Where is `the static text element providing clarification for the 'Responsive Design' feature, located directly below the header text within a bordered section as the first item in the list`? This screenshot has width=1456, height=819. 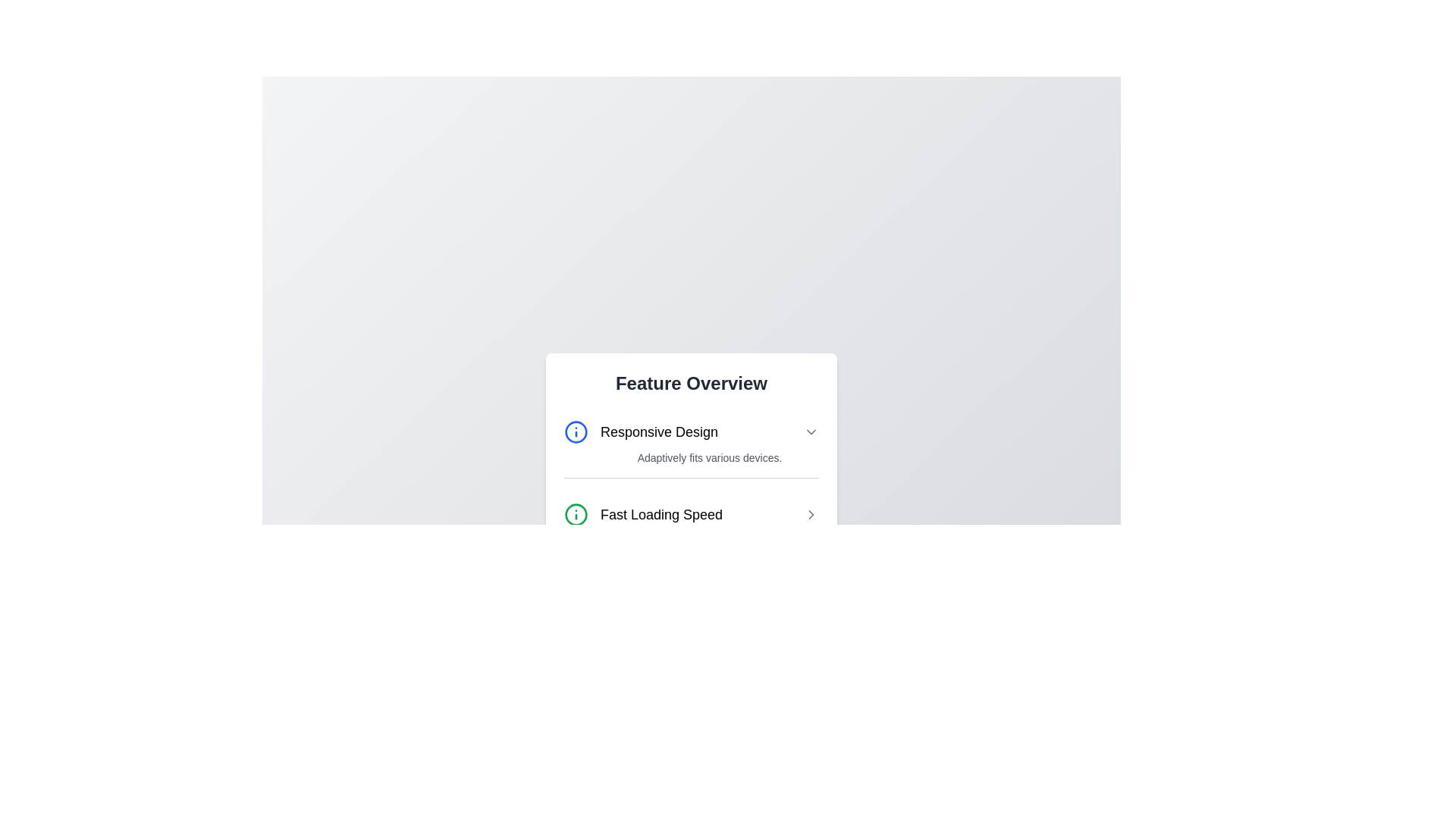
the static text element providing clarification for the 'Responsive Design' feature, located directly below the header text within a bordered section as the first item in the list is located at coordinates (691, 457).